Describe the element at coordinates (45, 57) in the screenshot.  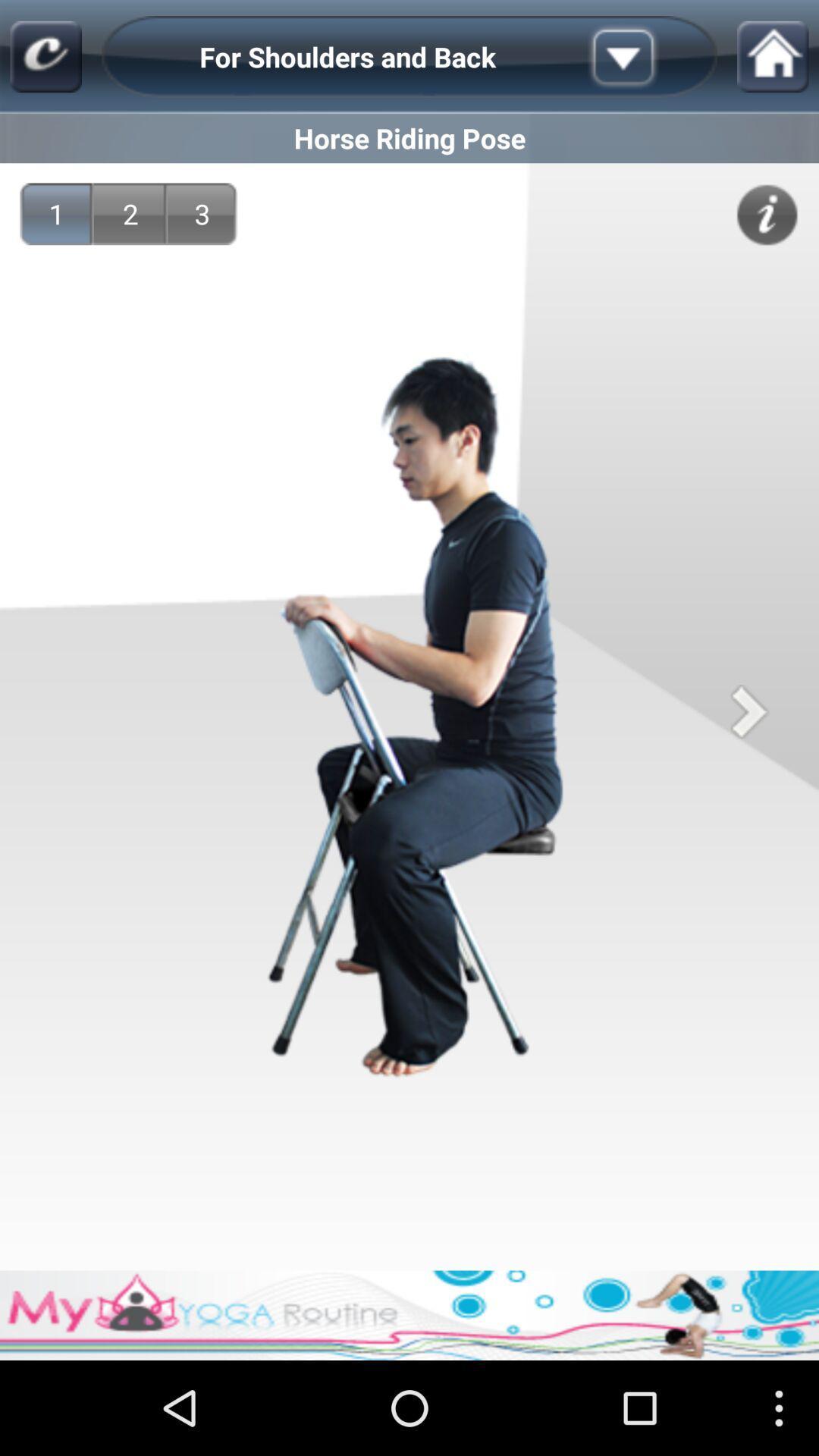
I see `the main page` at that location.